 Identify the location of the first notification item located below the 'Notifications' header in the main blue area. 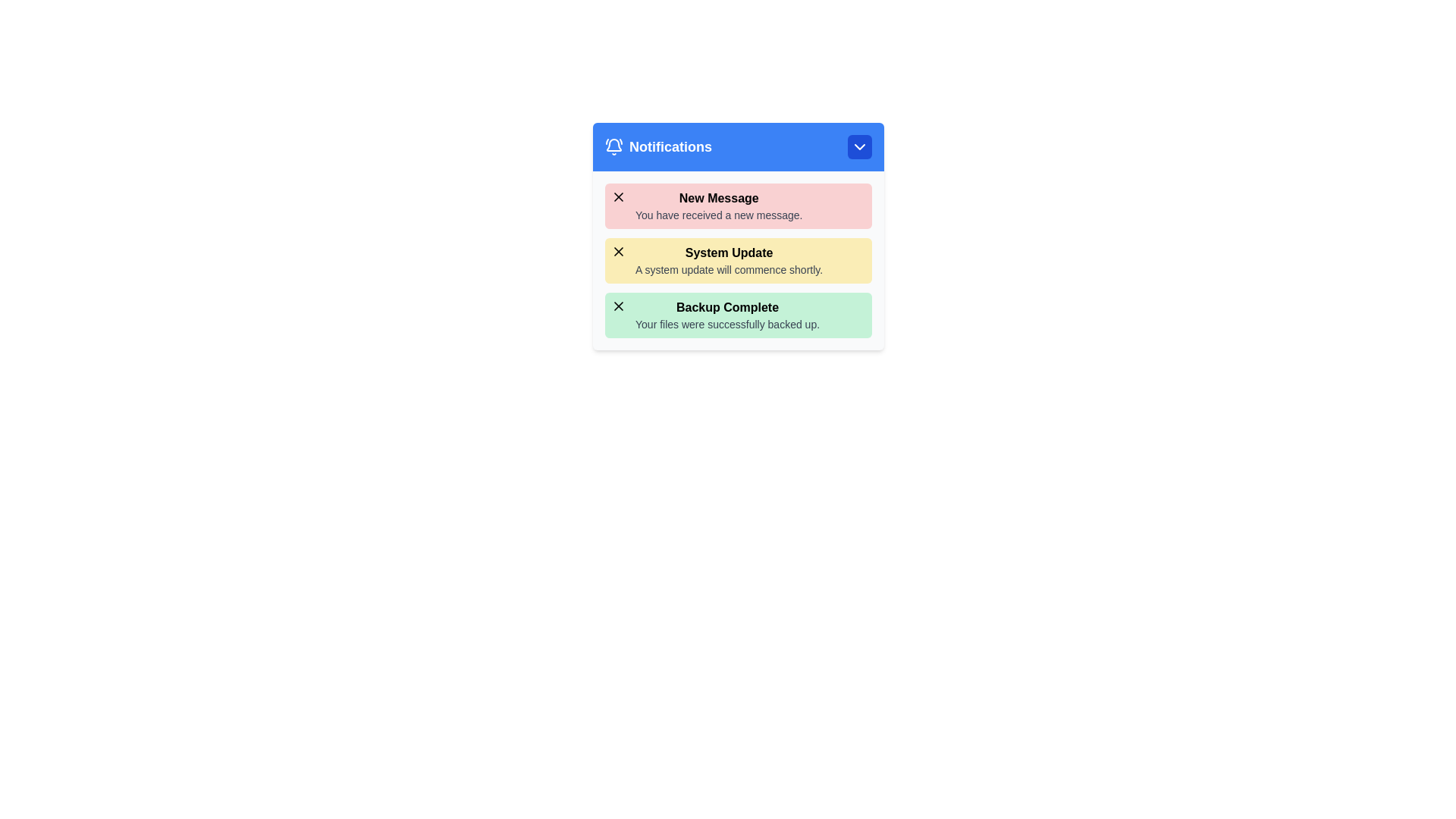
(718, 206).